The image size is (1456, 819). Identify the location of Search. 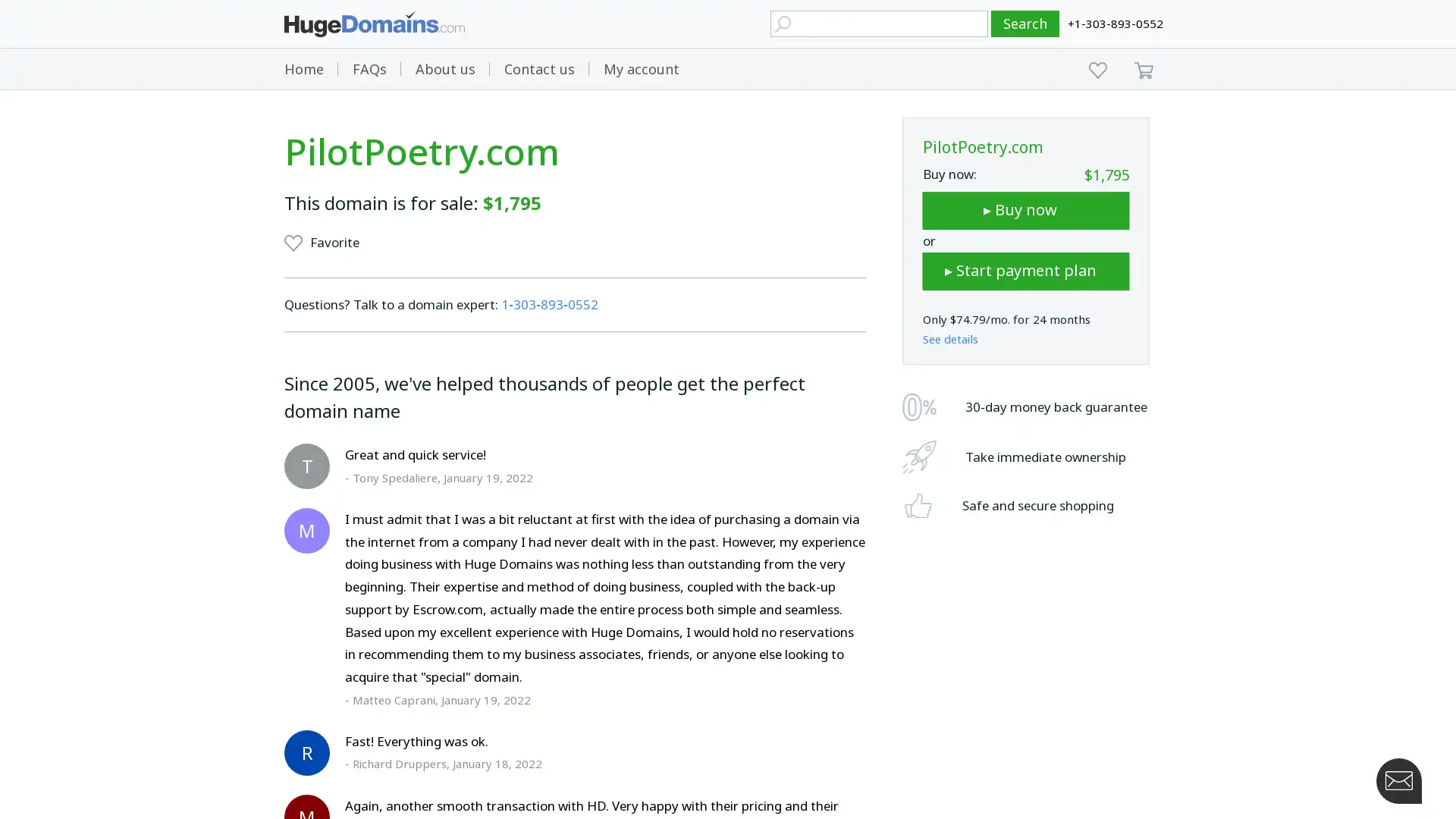
(1025, 24).